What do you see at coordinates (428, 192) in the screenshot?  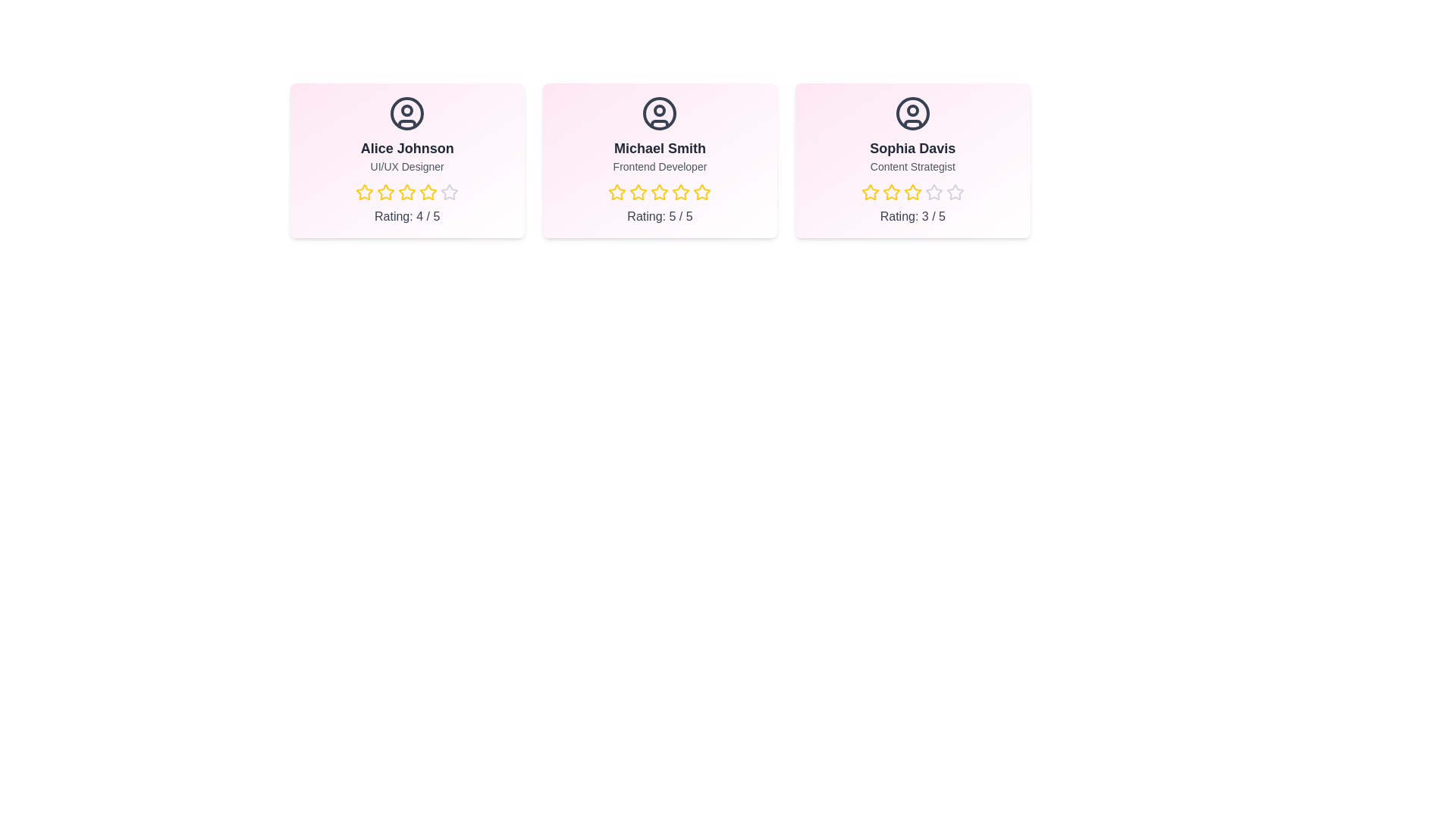 I see `the star corresponding to 4 stars for the team member Alice Johnson` at bounding box center [428, 192].